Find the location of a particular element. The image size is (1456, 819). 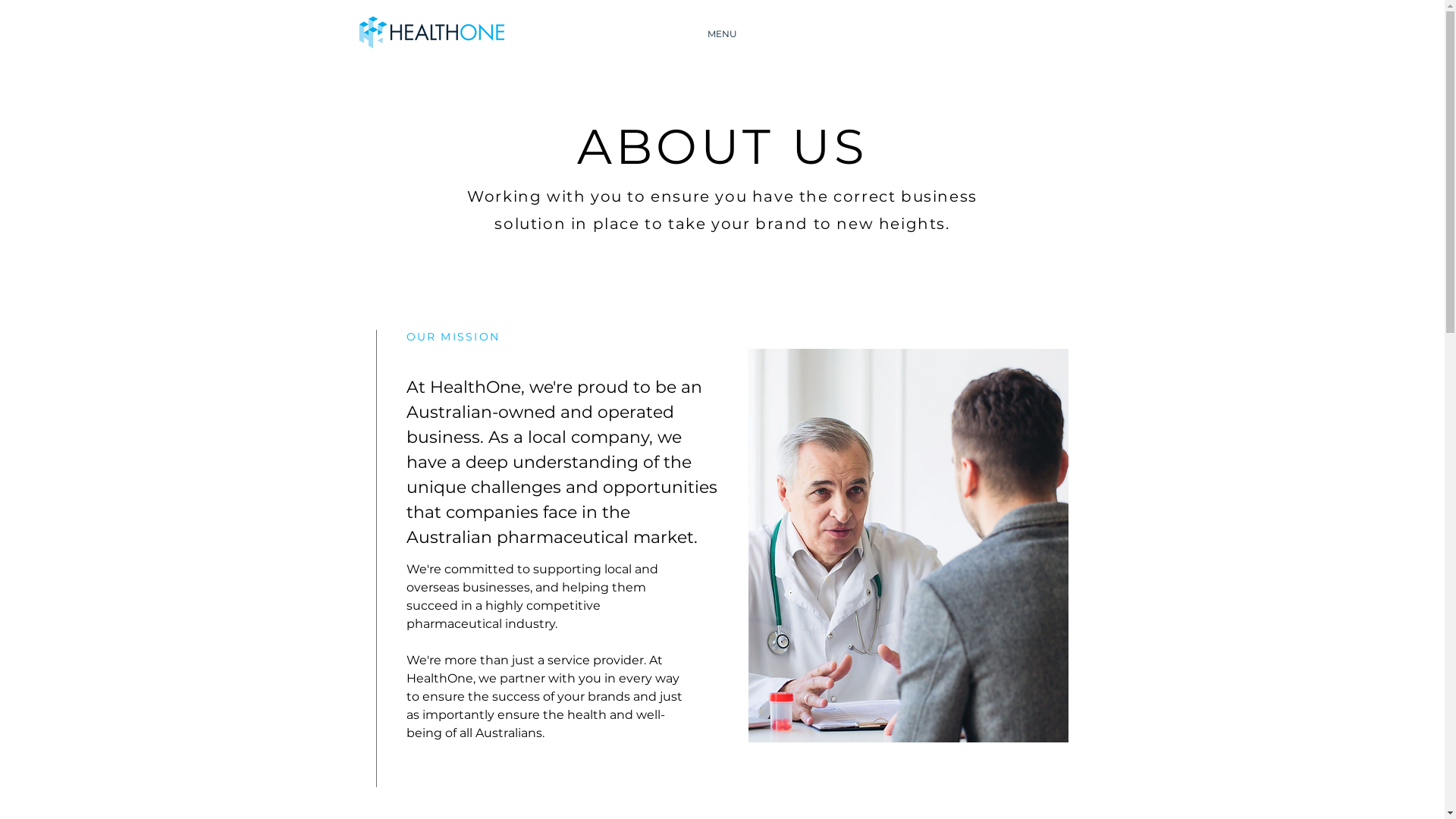

'MENU' is located at coordinates (676, 34).